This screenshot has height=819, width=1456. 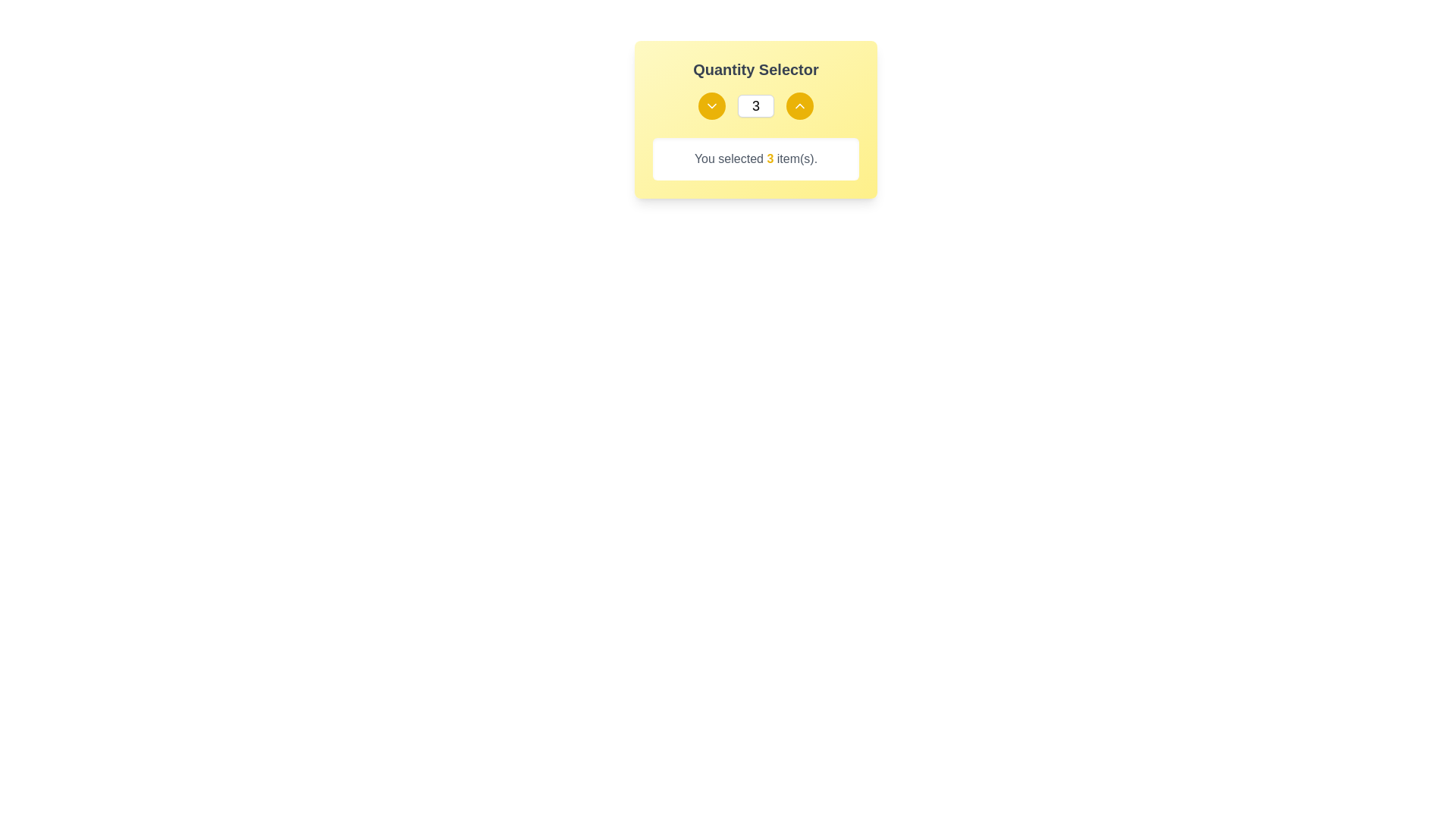 What do you see at coordinates (711, 105) in the screenshot?
I see `the decrease button that decreases the numeric value in the adjacent input box to observe visual feedback indicating interactivity` at bounding box center [711, 105].